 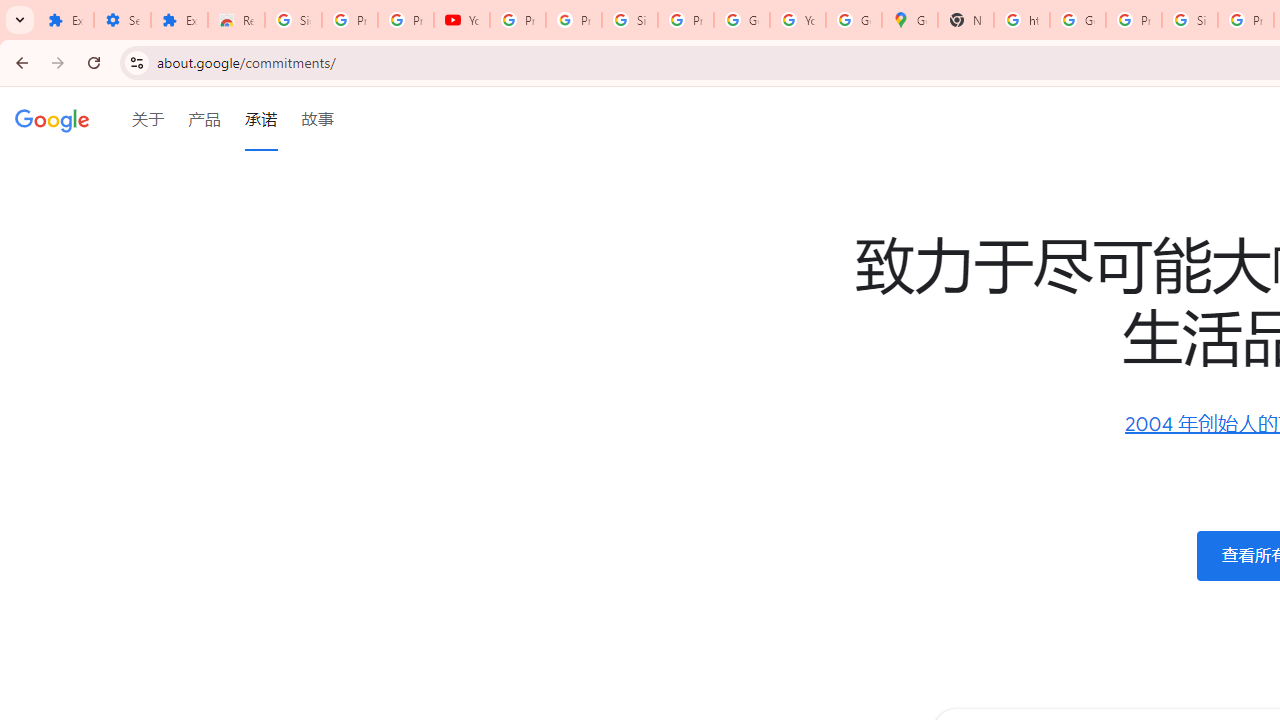 What do you see at coordinates (966, 20) in the screenshot?
I see `'New Tab'` at bounding box center [966, 20].